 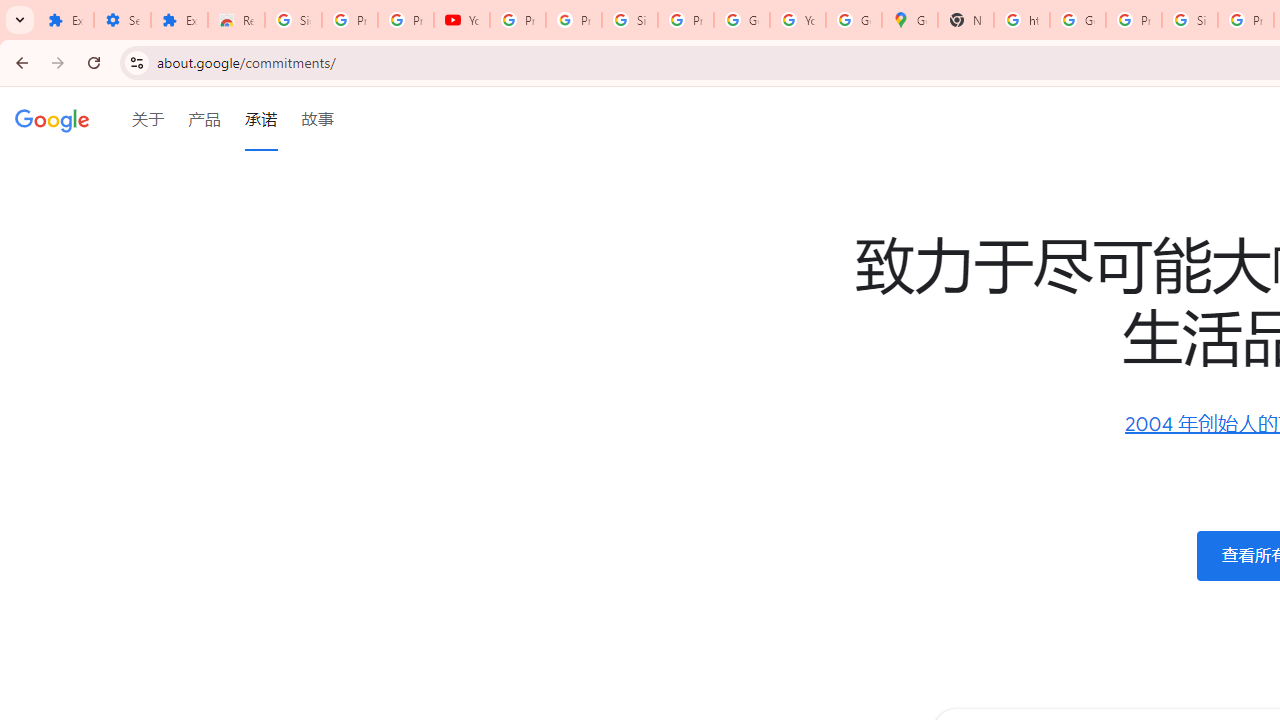 What do you see at coordinates (966, 20) in the screenshot?
I see `'New Tab'` at bounding box center [966, 20].